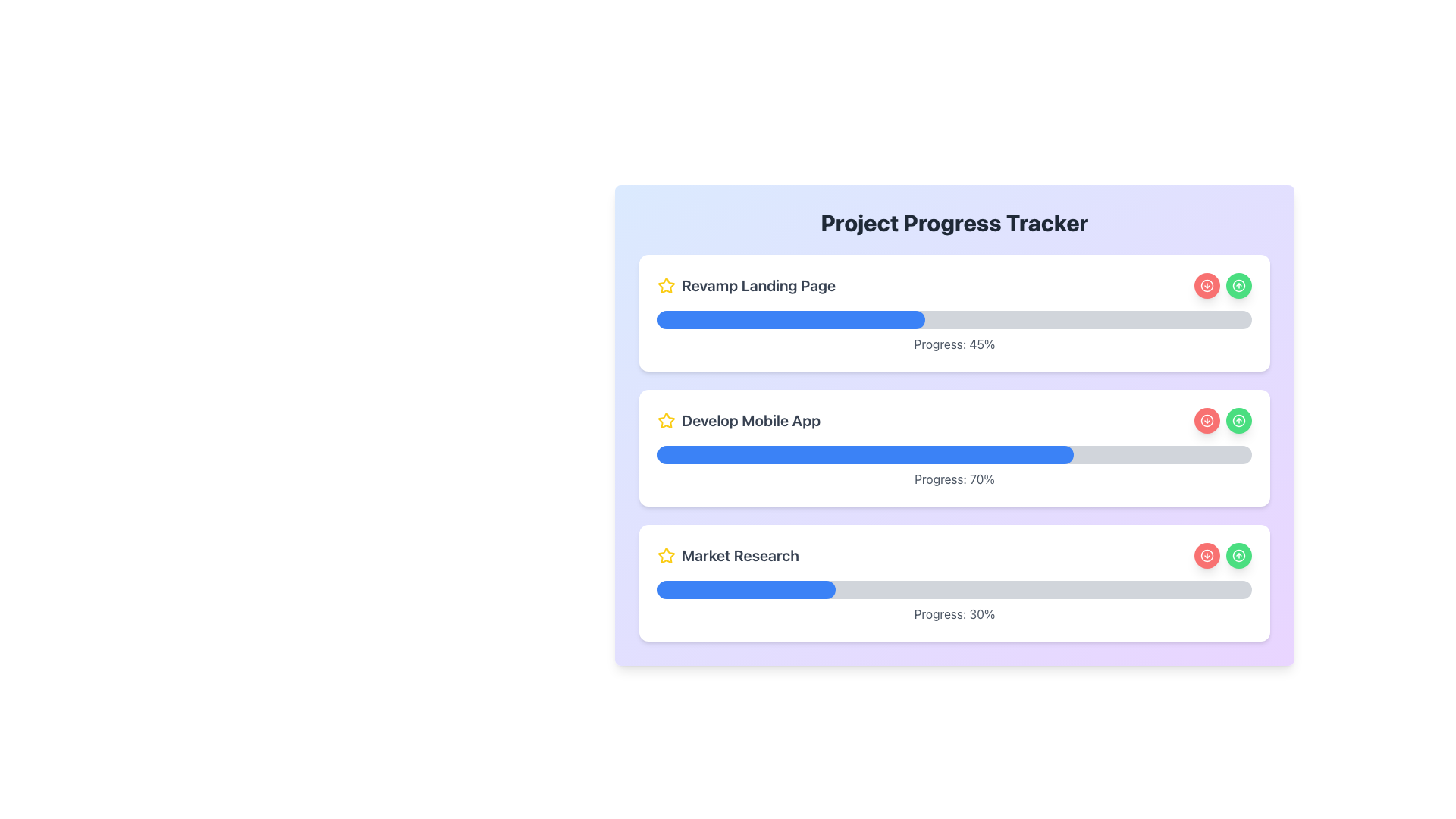 The width and height of the screenshot is (1456, 819). I want to click on the rightmost icon of the circular button group in the 'Market Research' task card, so click(1238, 555).